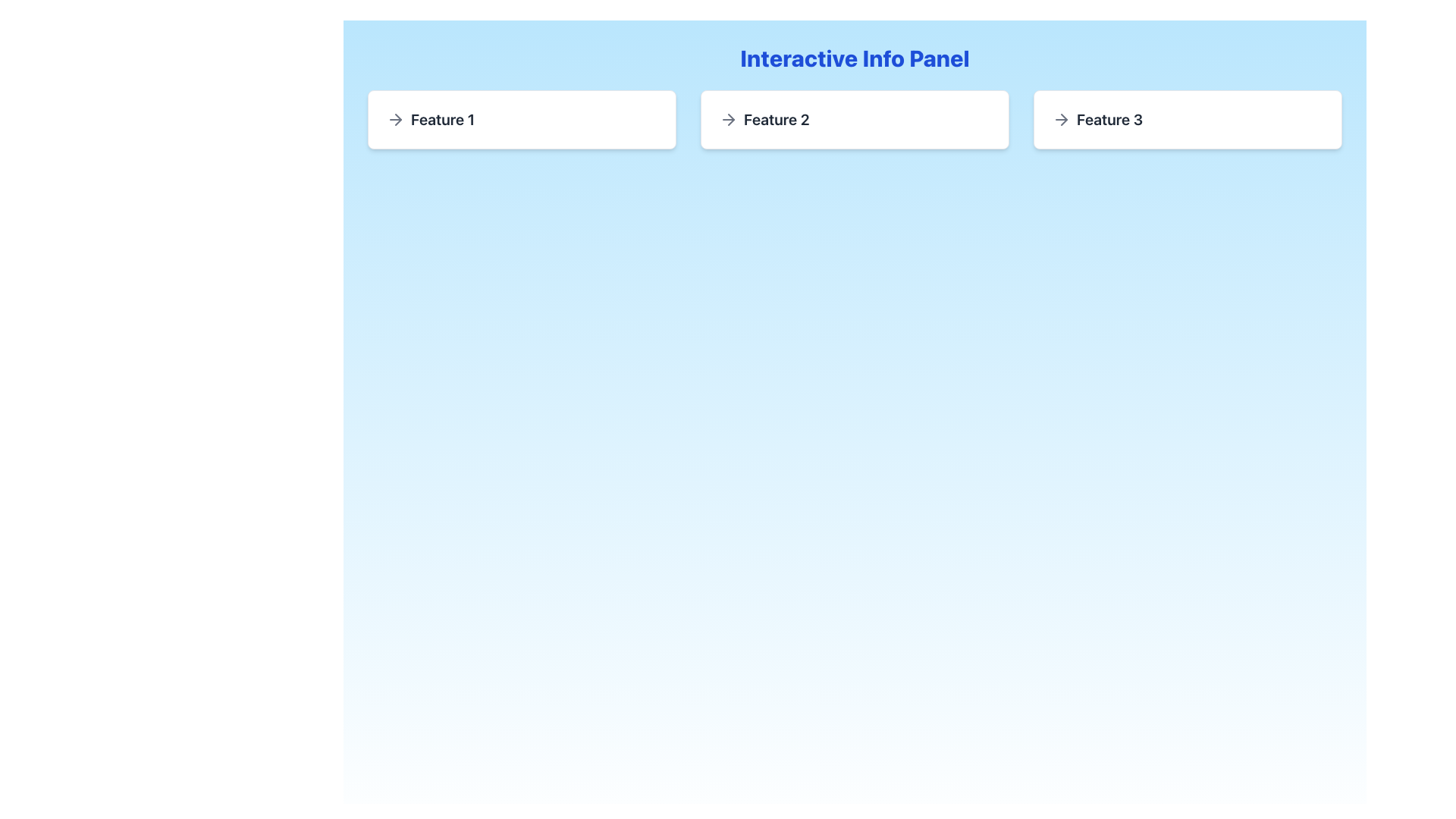 This screenshot has height=819, width=1456. What do you see at coordinates (731, 119) in the screenshot?
I see `the chevron-shaped right arrow icon next to the label 'Feature 2' in the second card` at bounding box center [731, 119].